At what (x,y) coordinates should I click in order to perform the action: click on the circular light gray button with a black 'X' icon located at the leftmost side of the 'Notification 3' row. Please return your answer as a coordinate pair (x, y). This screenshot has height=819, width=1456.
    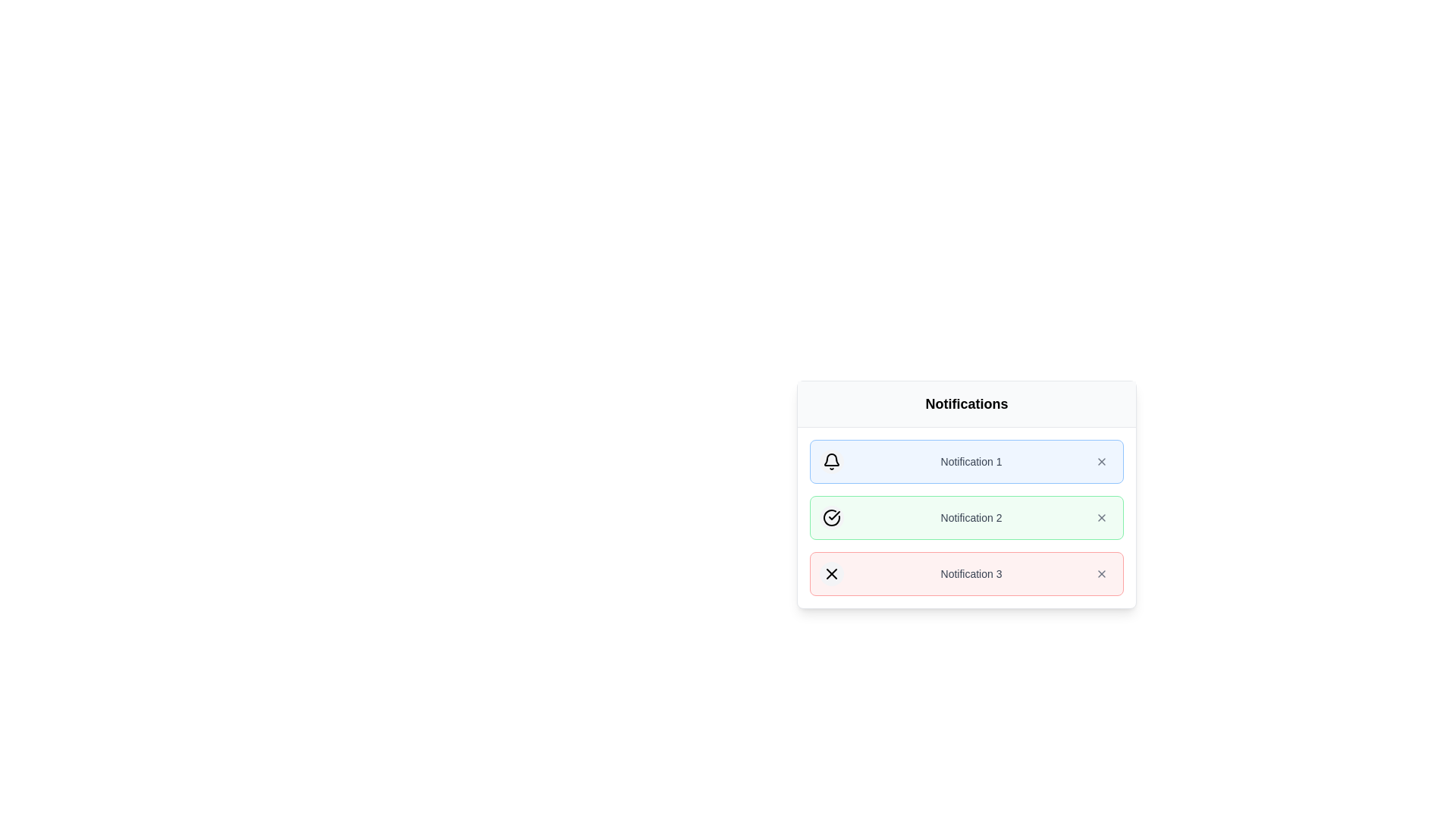
    Looking at the image, I should click on (831, 573).